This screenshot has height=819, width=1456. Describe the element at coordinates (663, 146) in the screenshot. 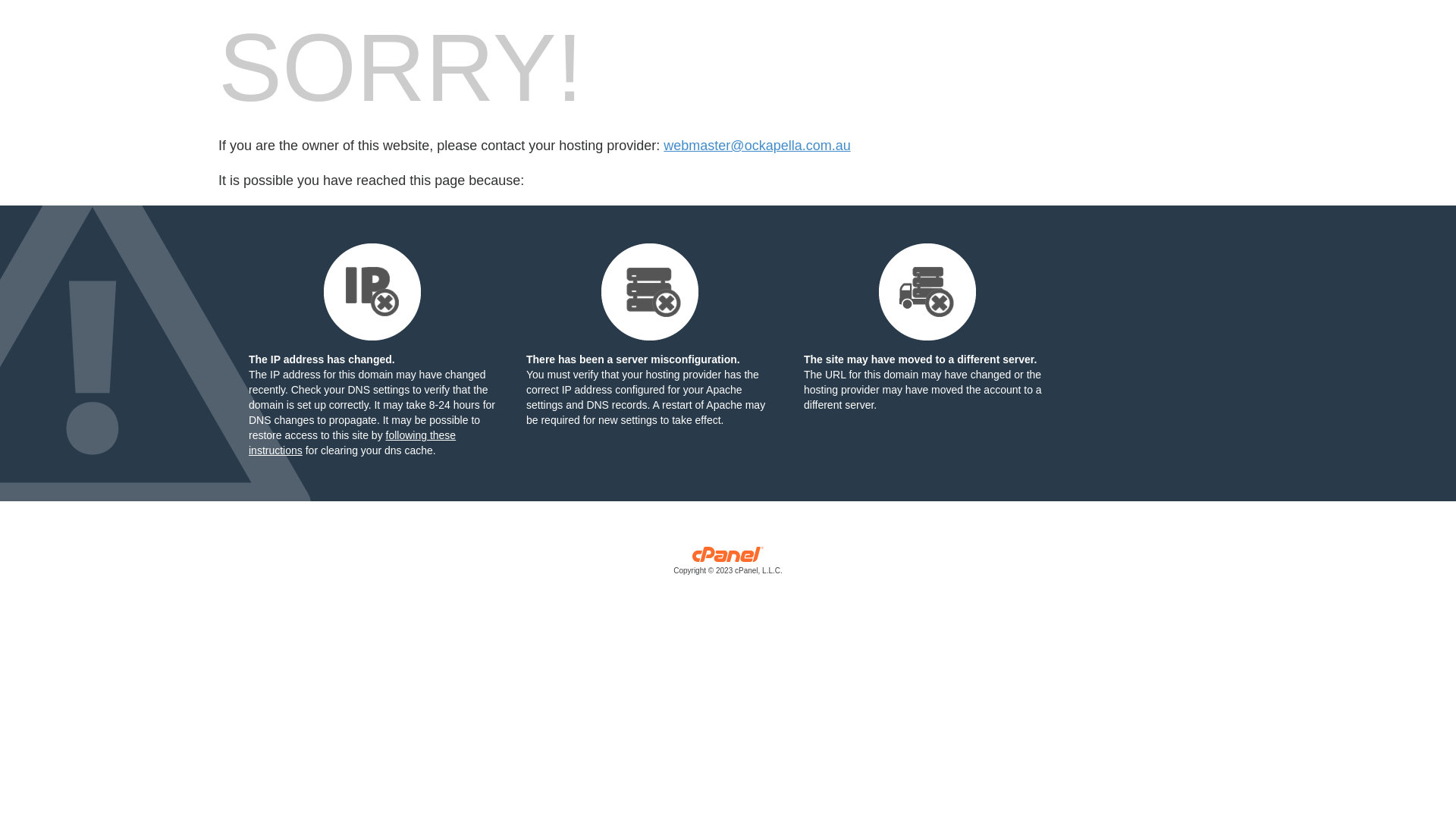

I see `'webmaster@ockapella.com.au'` at that location.